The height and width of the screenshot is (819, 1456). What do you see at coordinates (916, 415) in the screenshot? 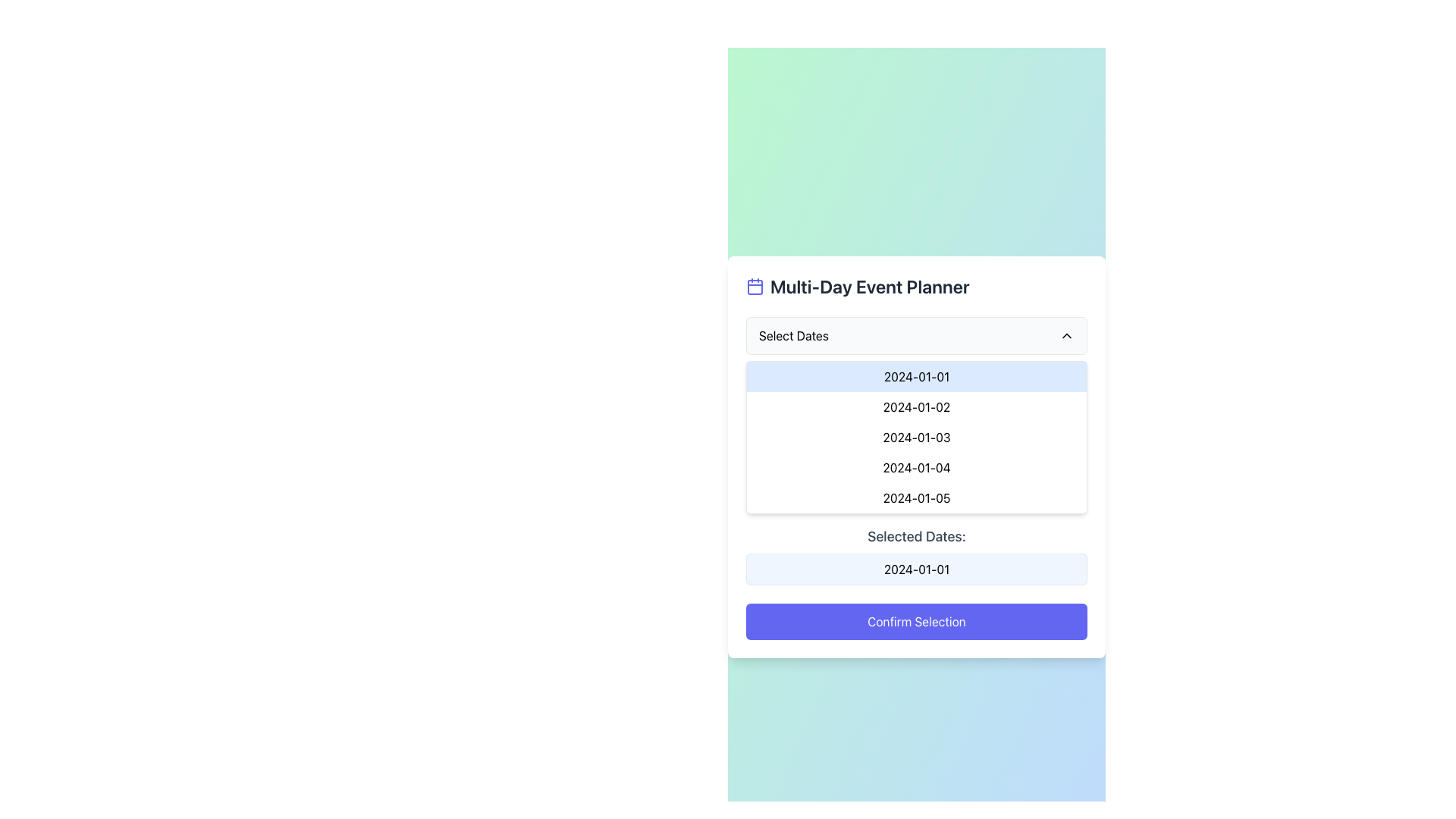
I see `the second date item ('2024-01-02') in the dropdown menu under the 'Select Dates' header in the 'Multi-Day Event Planner' card` at bounding box center [916, 415].